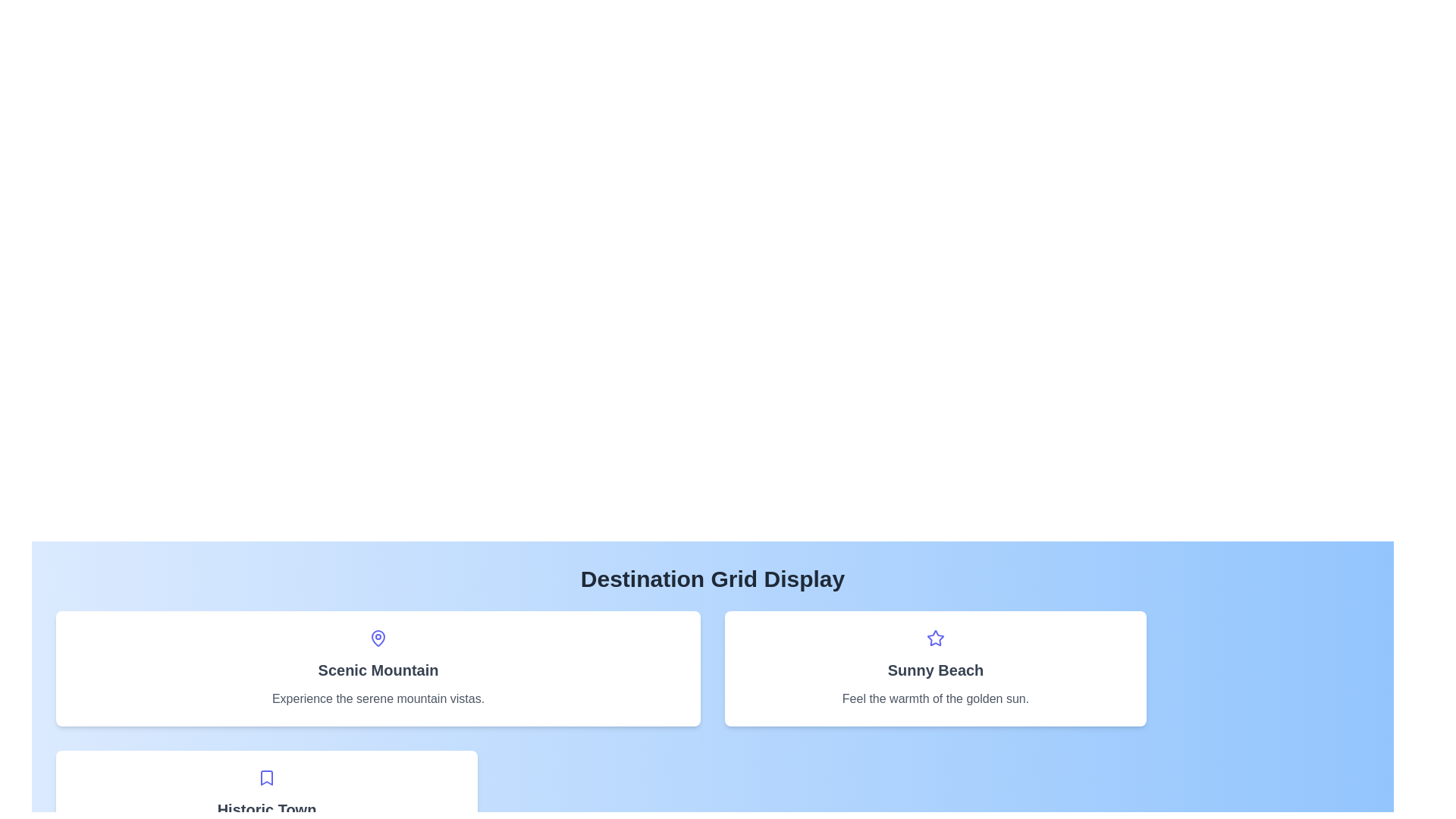 The height and width of the screenshot is (819, 1456). I want to click on the descriptive text label that provides context about the 'Sunny Beach' section, located directly below the title and star icon, so click(934, 698).